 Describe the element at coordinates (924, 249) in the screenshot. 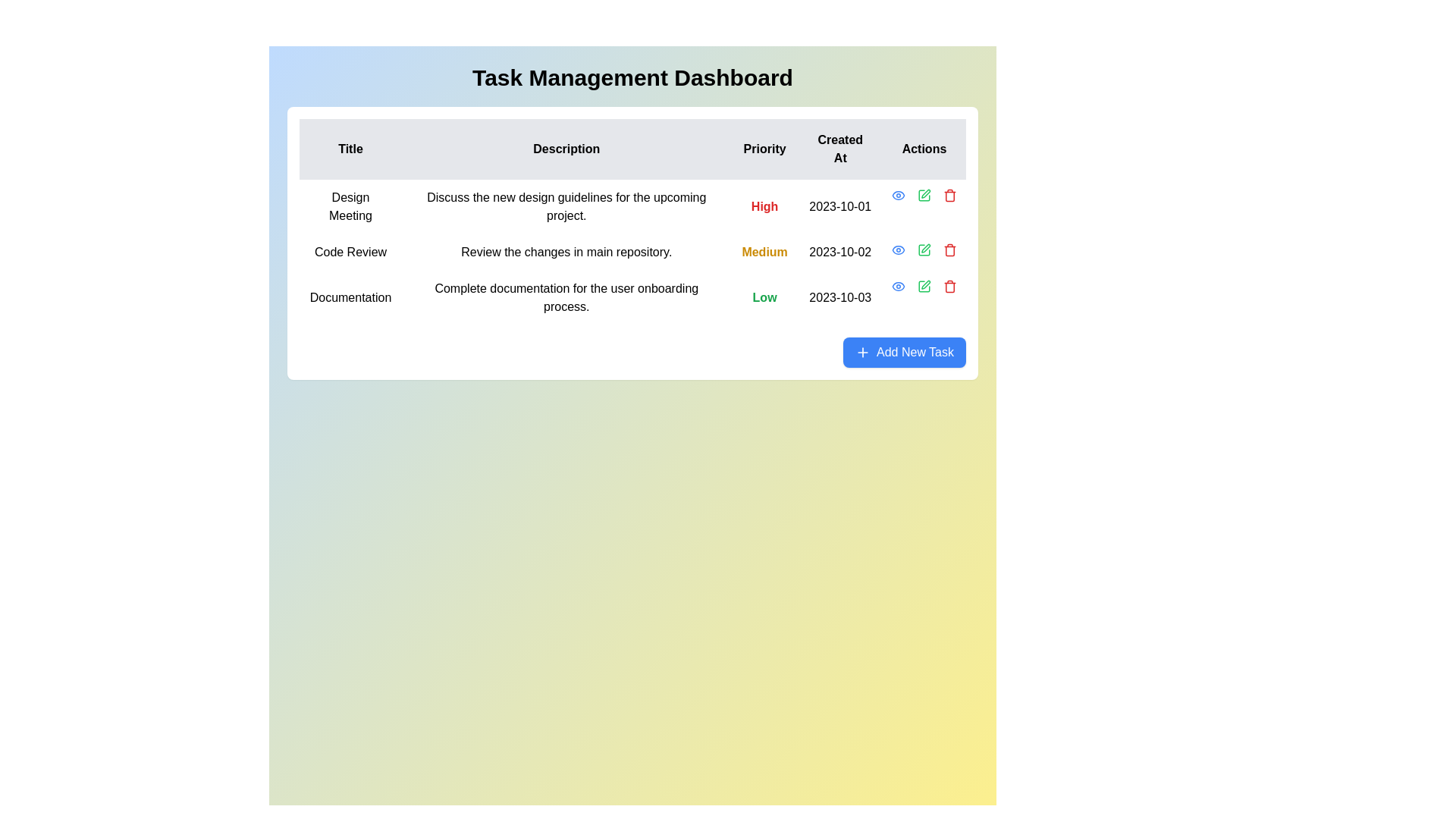

I see `the edit action button, which is the second icon in the 'Actions' column of the second row in the table` at that location.